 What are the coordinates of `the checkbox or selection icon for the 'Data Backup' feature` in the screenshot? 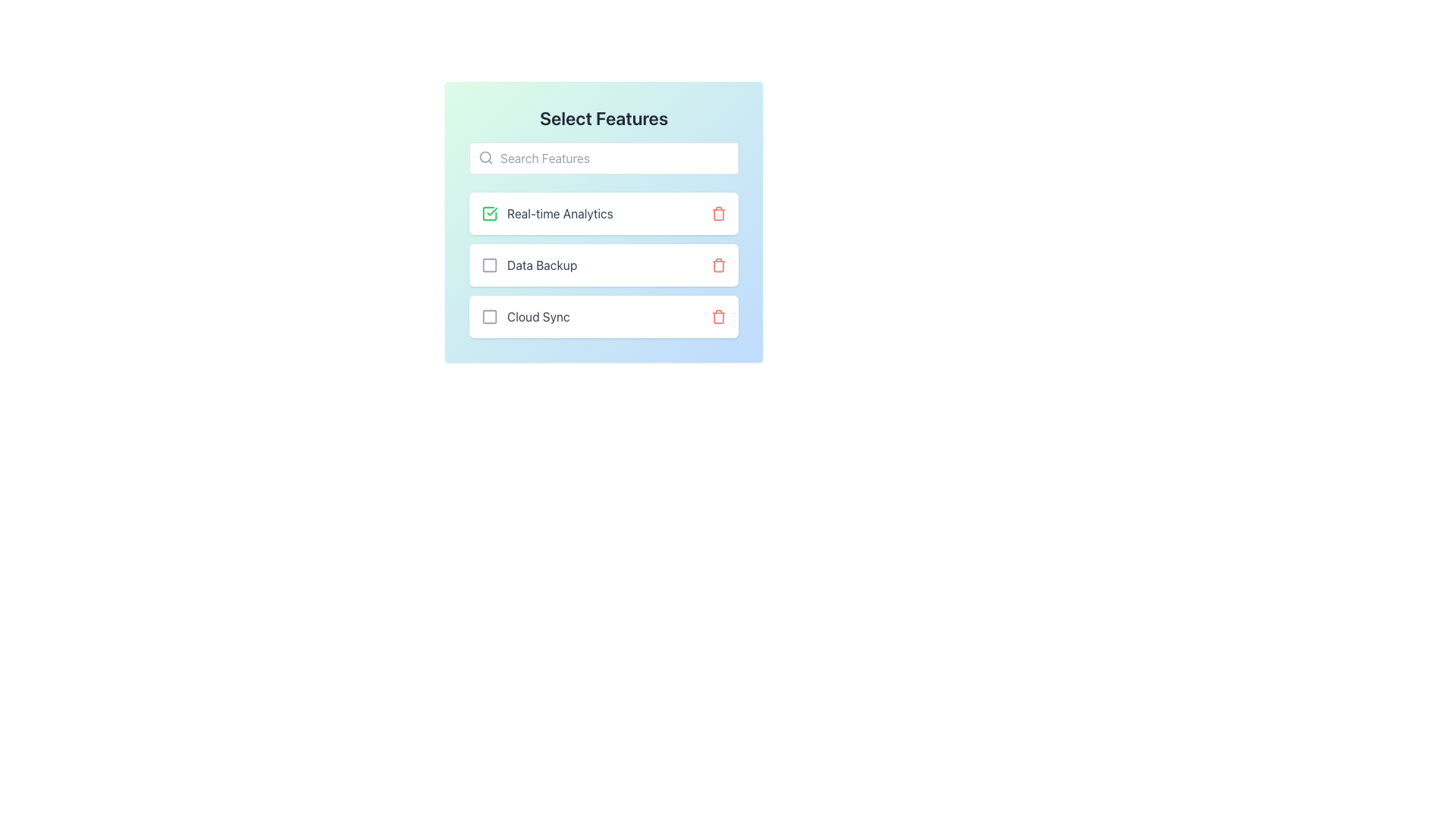 It's located at (490, 265).